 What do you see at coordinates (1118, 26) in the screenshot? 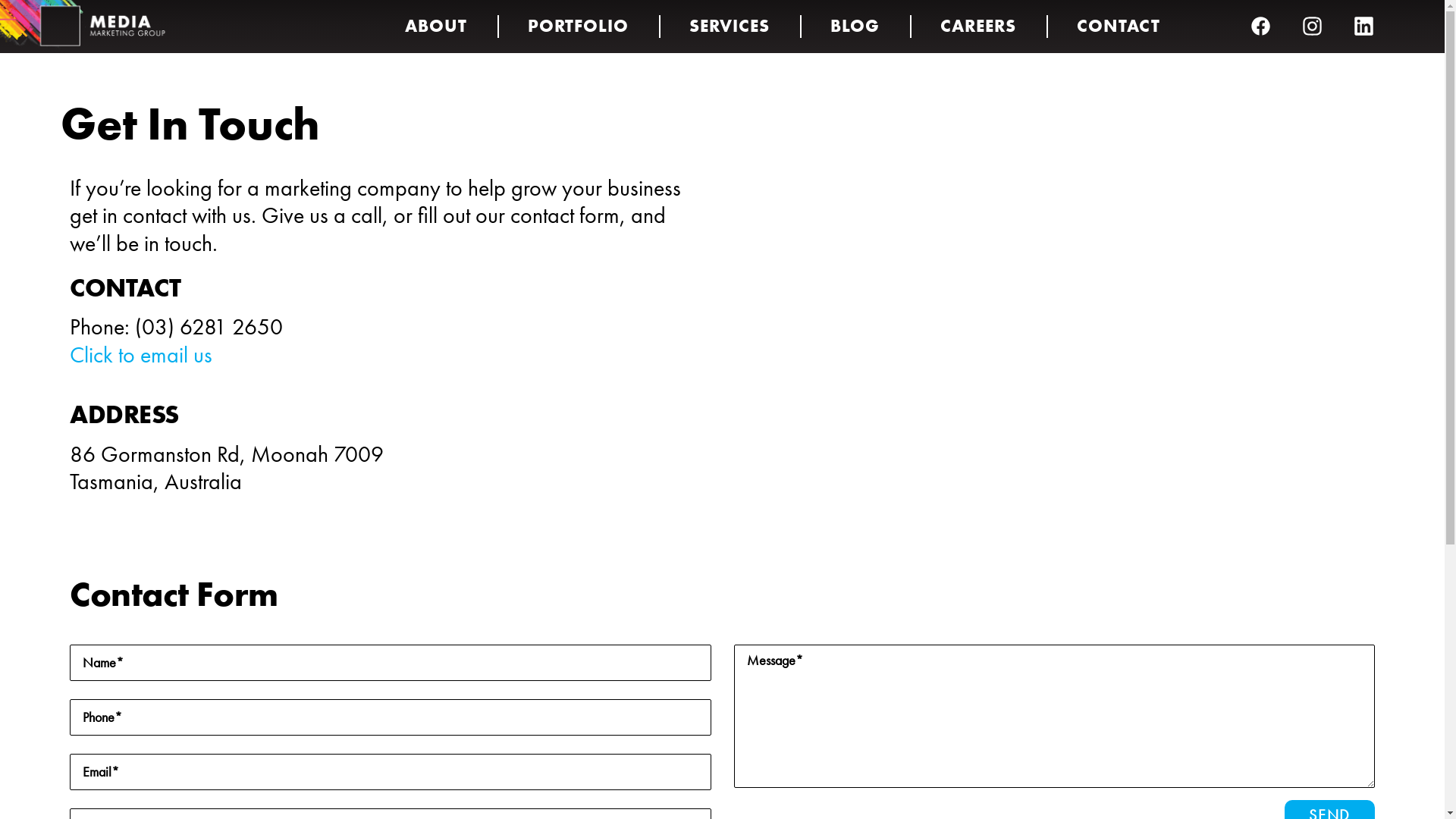
I see `'CONTACT'` at bounding box center [1118, 26].